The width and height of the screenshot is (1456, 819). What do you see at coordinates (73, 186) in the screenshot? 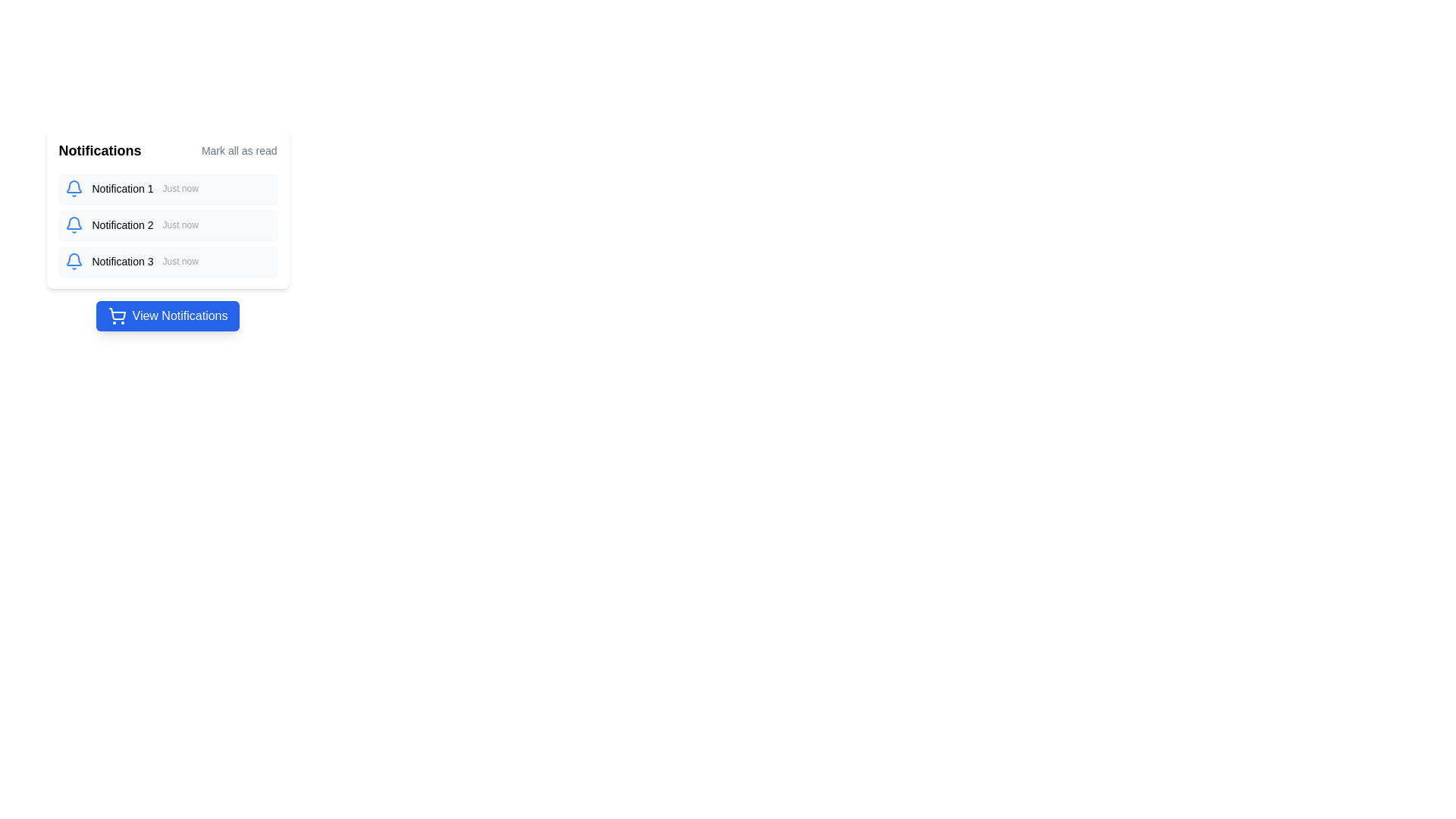
I see `the bell-like notification icon with a blue outline if it is enabled` at bounding box center [73, 186].